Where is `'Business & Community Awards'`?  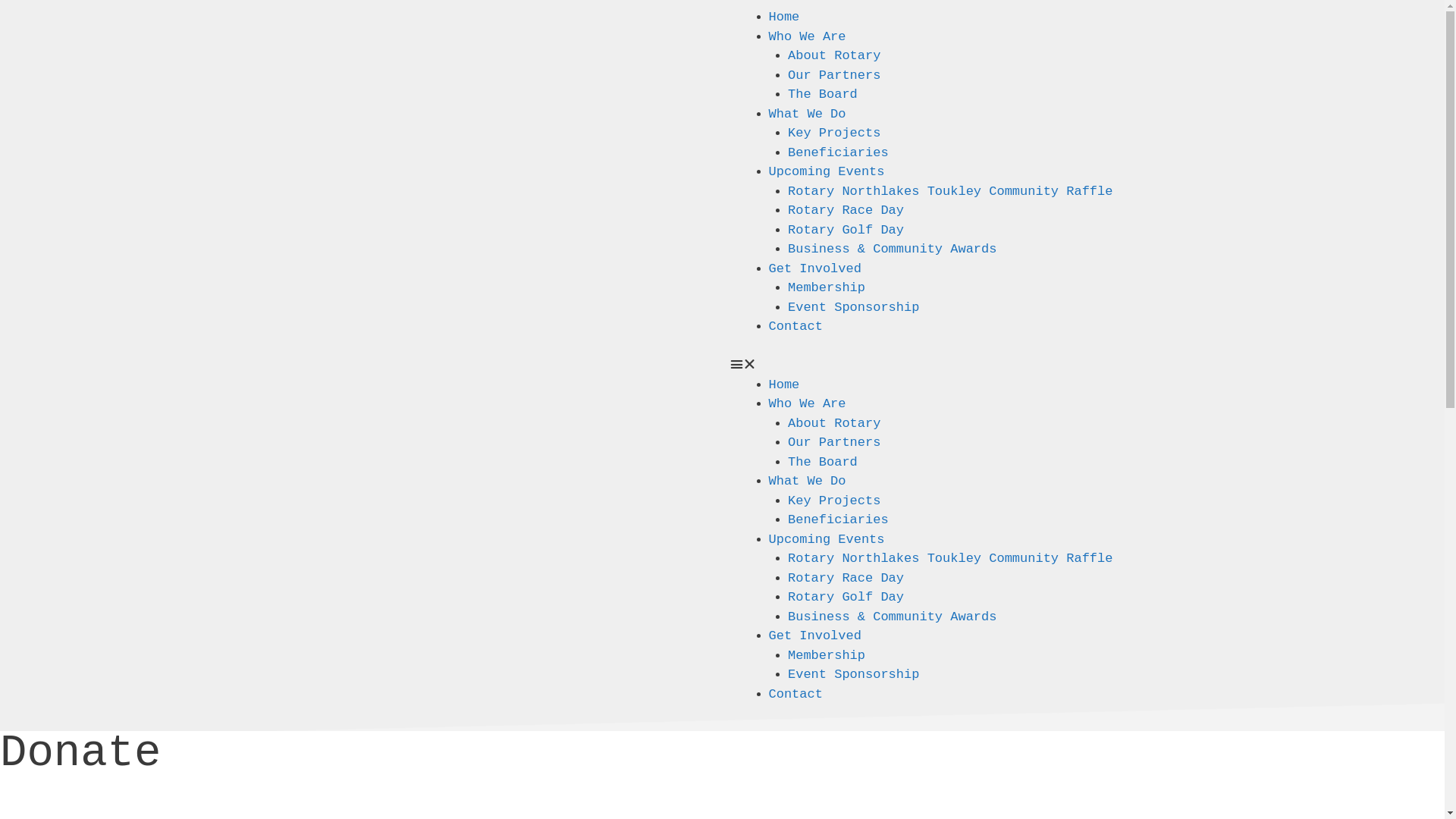 'Business & Community Awards' is located at coordinates (892, 617).